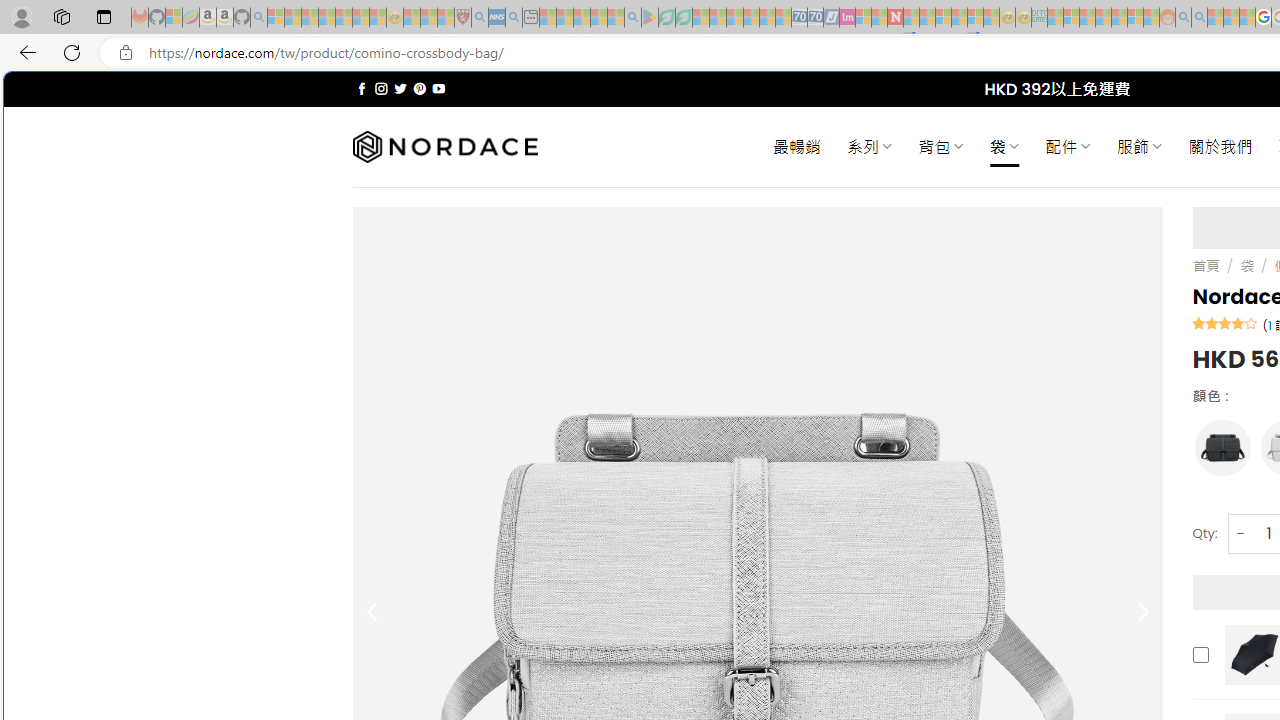  I want to click on '-', so click(1239, 532).